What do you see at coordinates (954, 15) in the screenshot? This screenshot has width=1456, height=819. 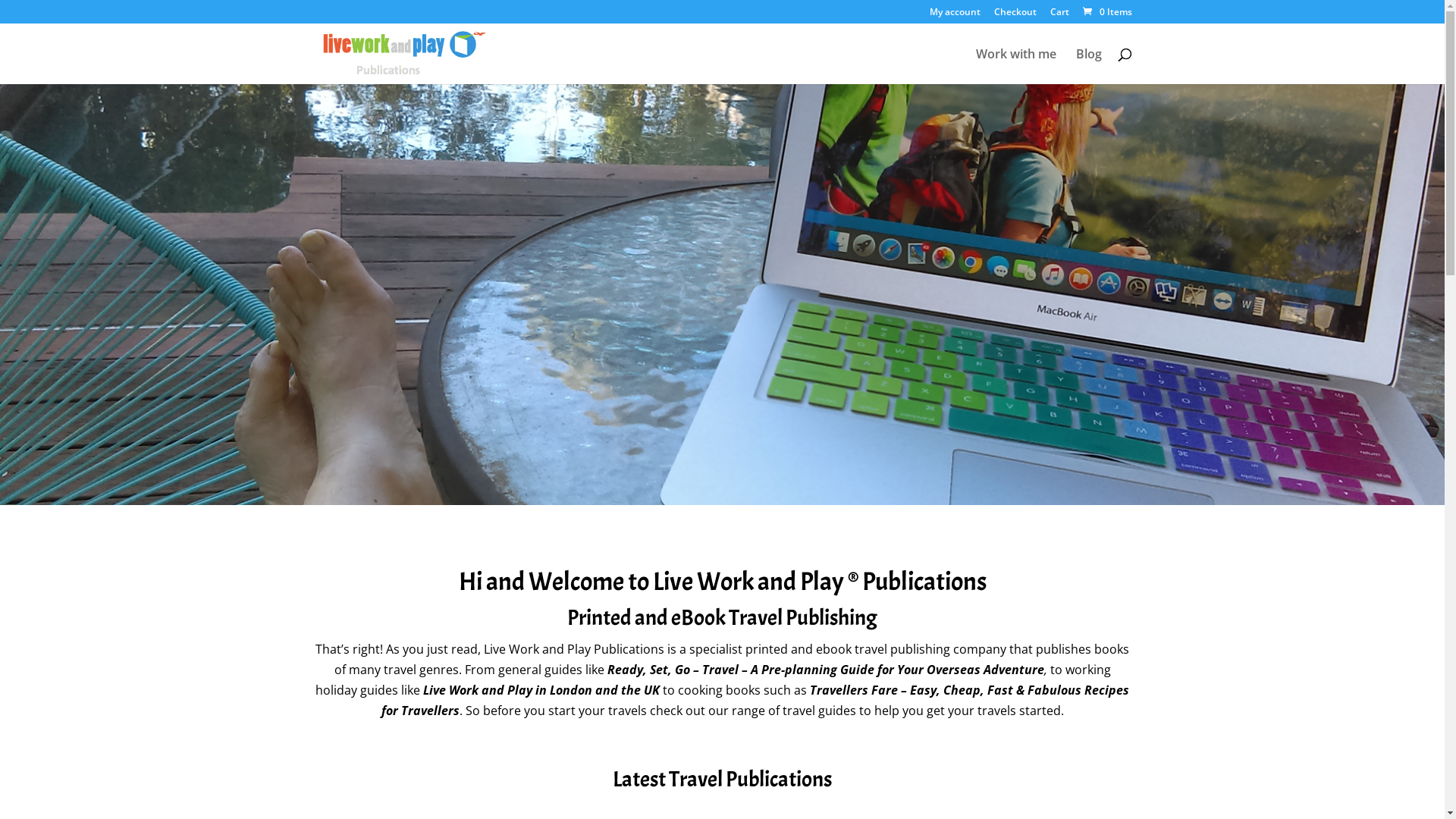 I see `'My account'` at bounding box center [954, 15].